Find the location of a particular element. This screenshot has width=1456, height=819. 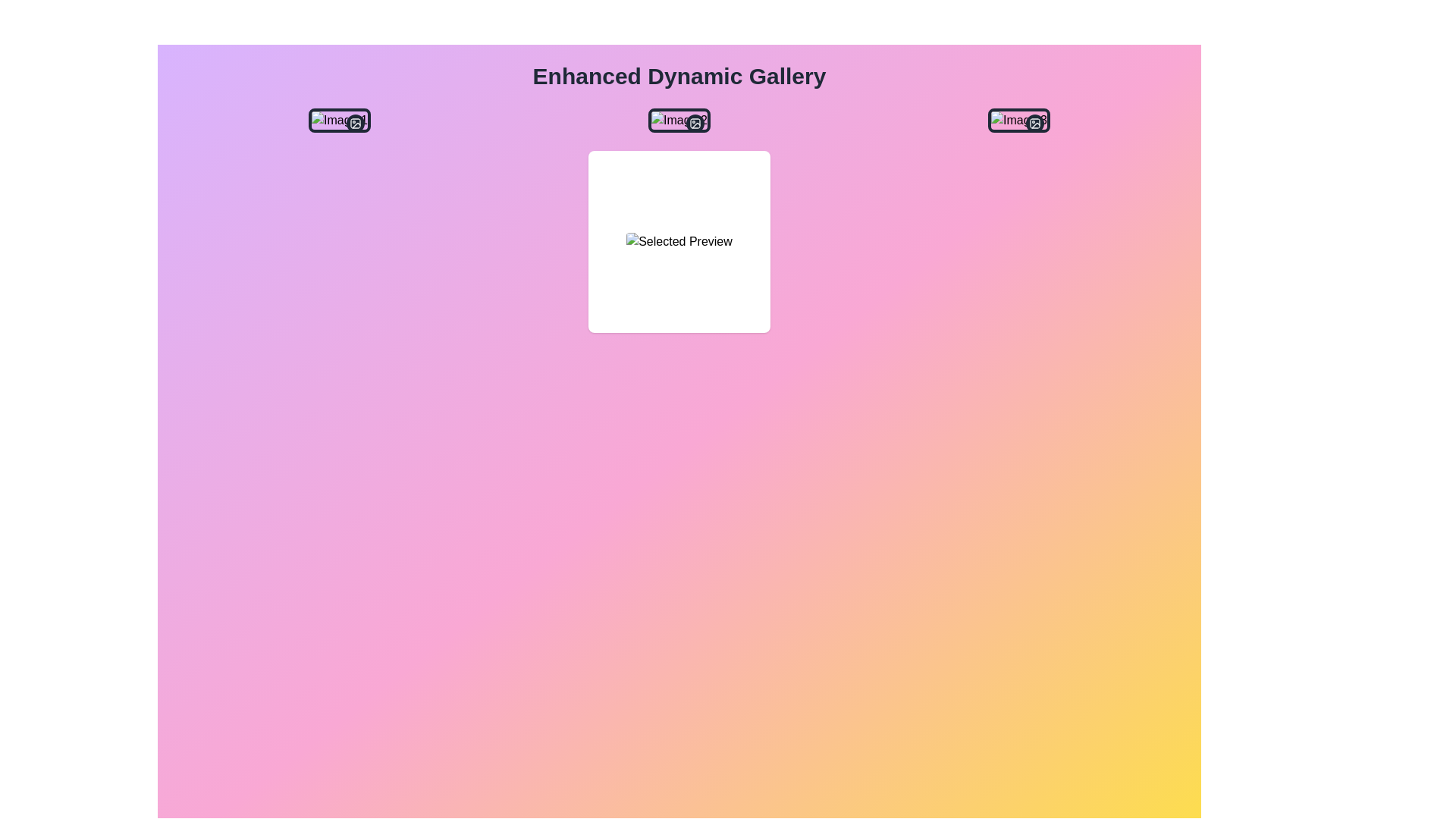

the second image thumbnail is located at coordinates (679, 119).